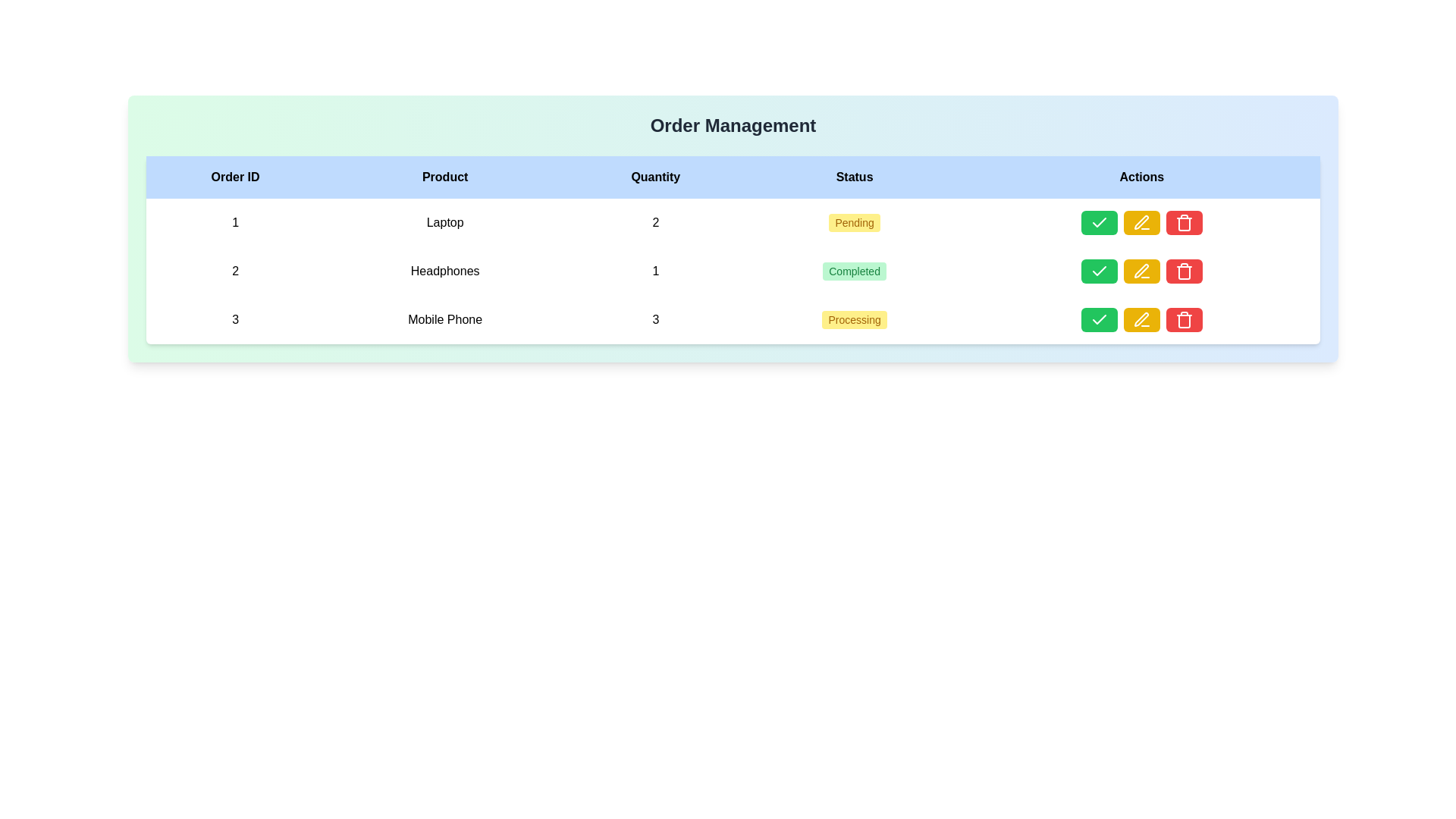 The height and width of the screenshot is (819, 1456). What do you see at coordinates (1141, 318) in the screenshot?
I see `the edit button in the 'Actions' column of the third row of the table to trigger a visual or interactive effect` at bounding box center [1141, 318].